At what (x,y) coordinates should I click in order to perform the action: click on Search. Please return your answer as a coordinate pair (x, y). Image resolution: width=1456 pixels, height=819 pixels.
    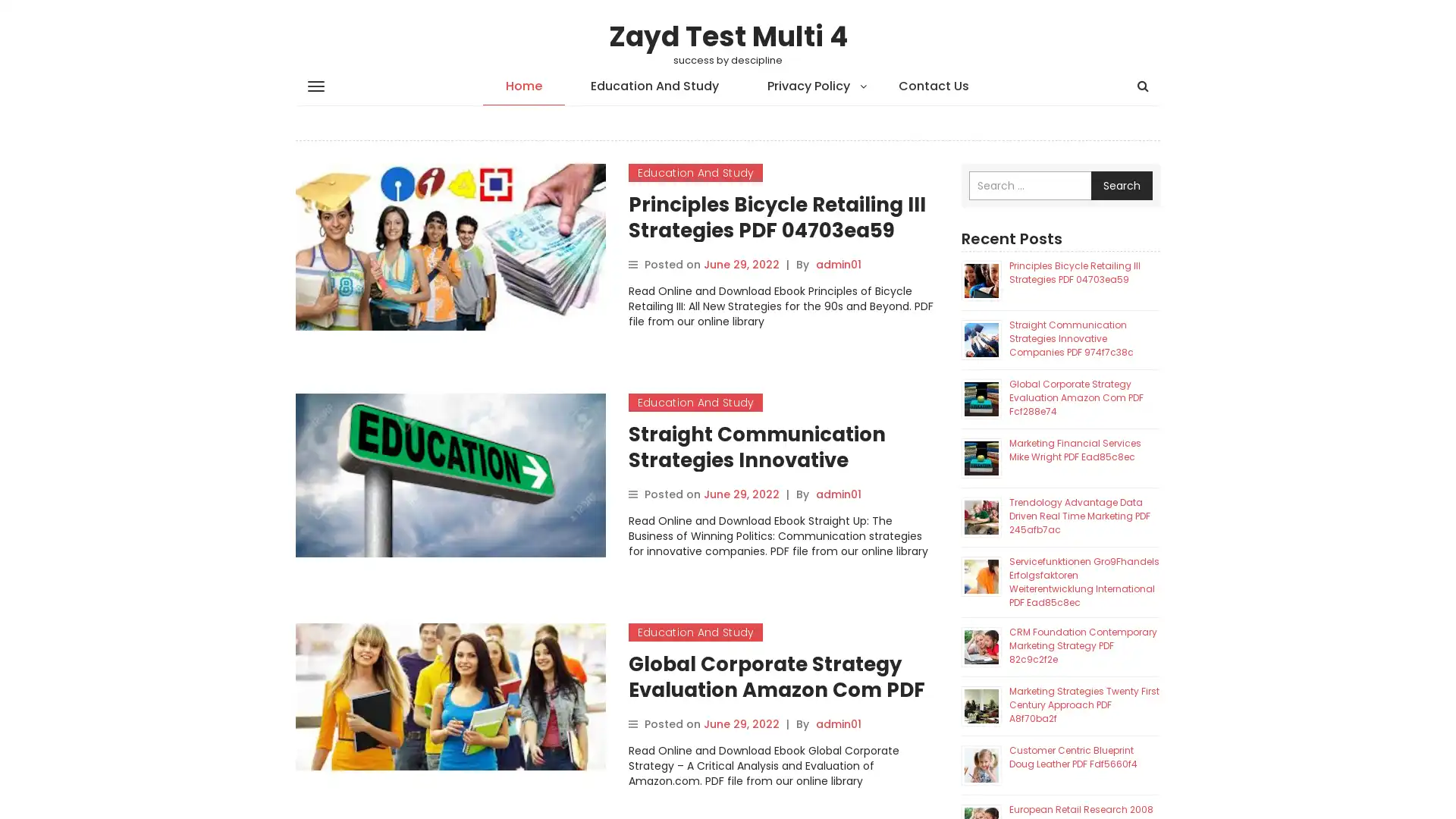
    Looking at the image, I should click on (1122, 185).